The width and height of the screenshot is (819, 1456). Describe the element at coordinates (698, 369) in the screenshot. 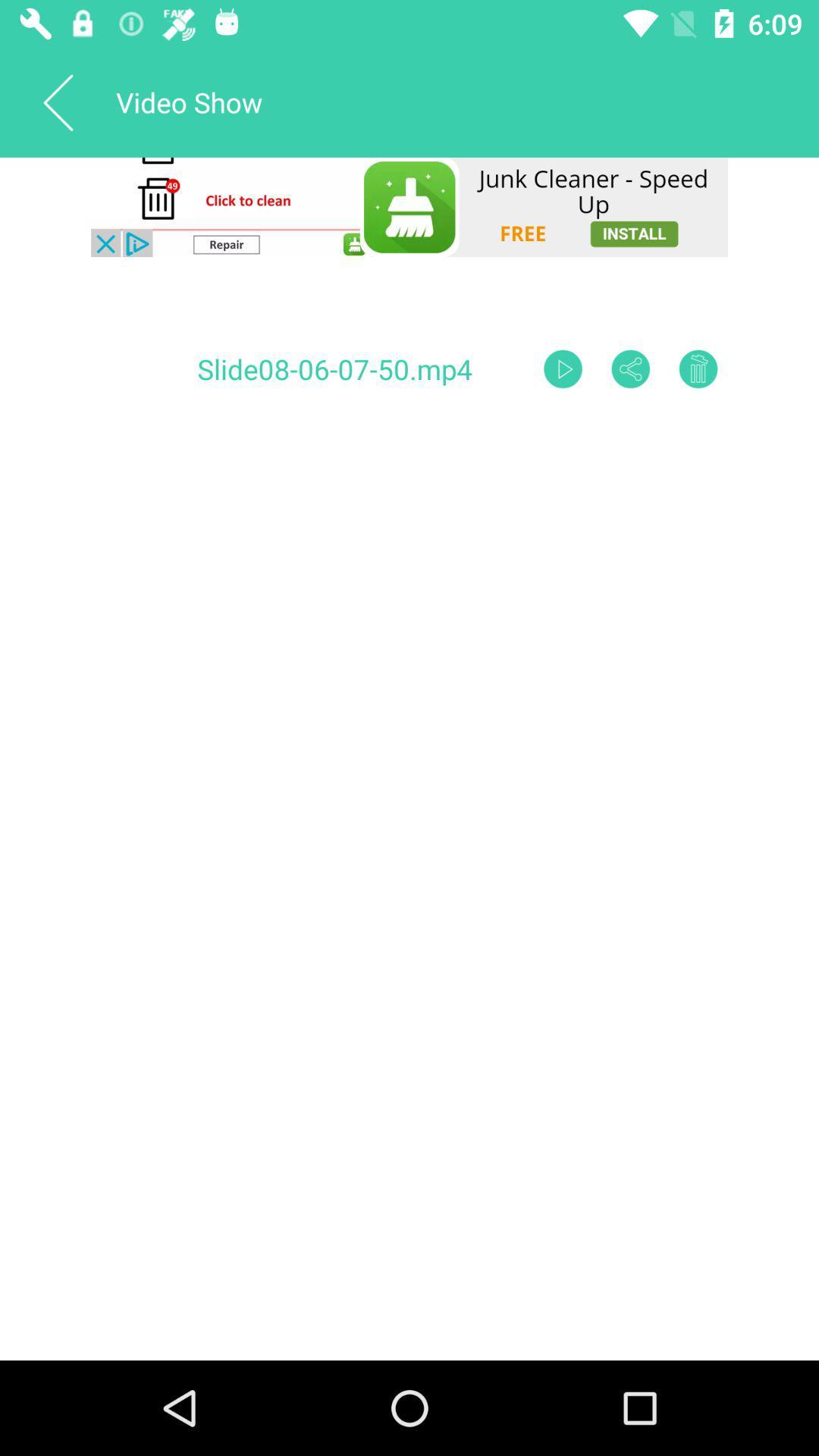

I see `delete` at that location.